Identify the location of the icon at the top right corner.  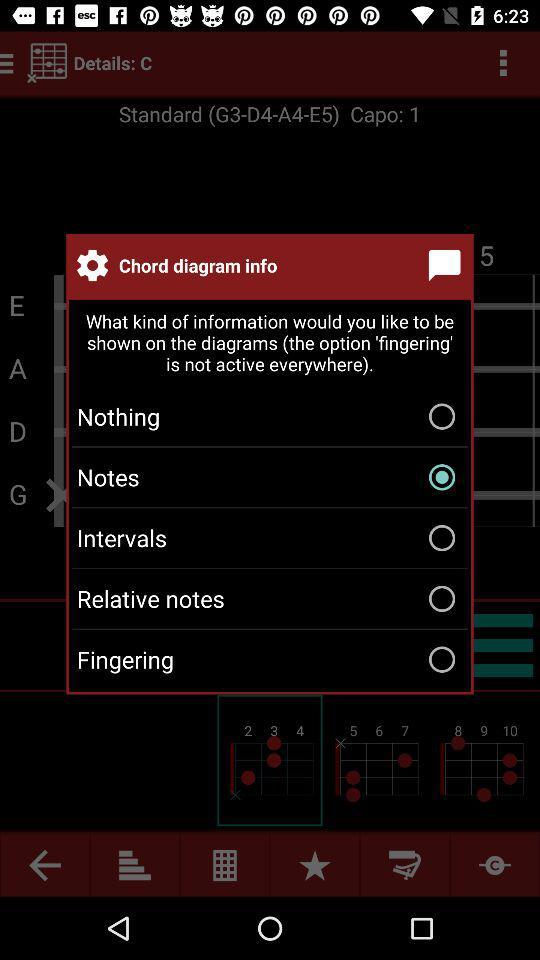
(448, 264).